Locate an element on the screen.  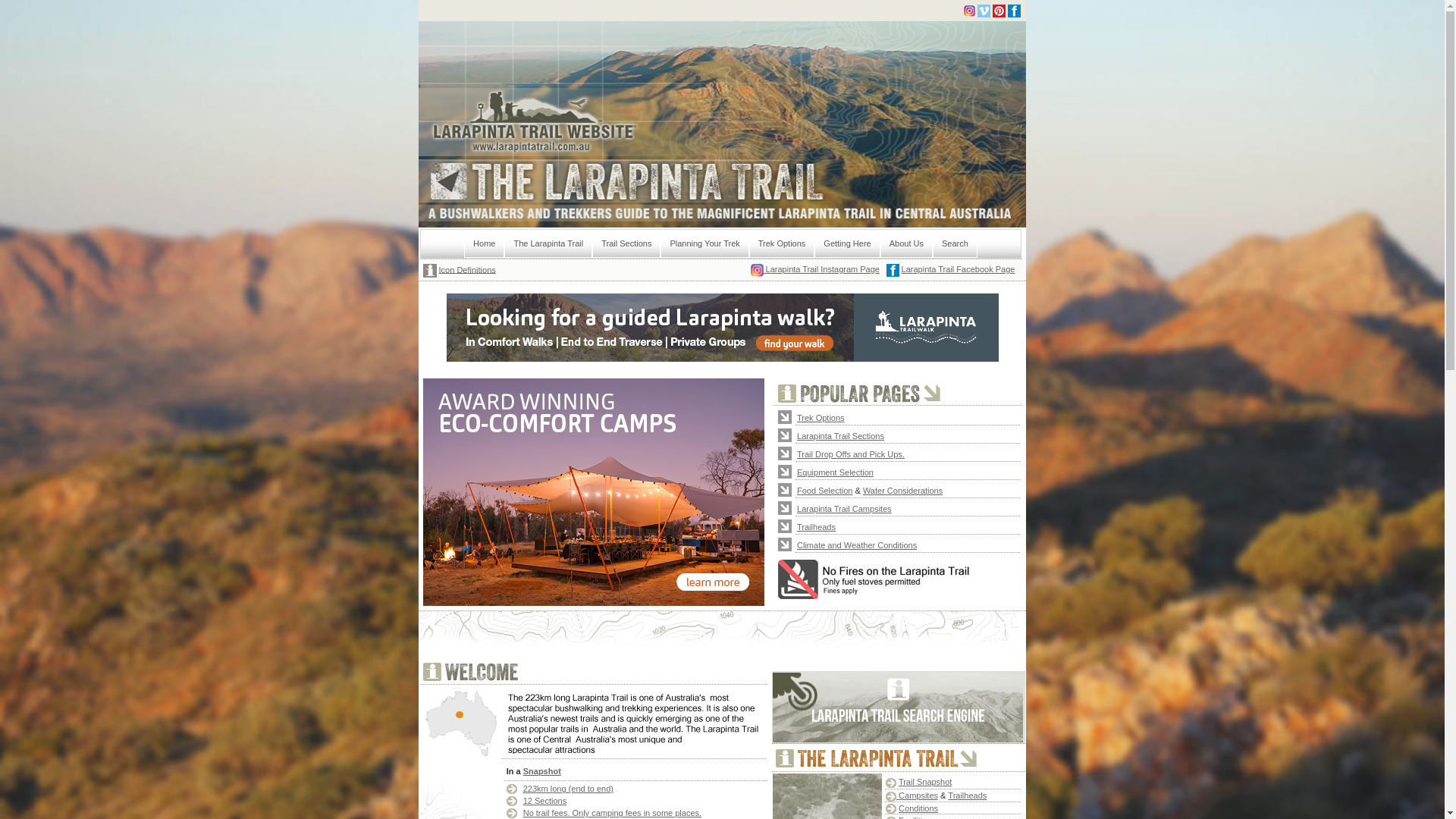
'223km long (end to end)' is located at coordinates (567, 788).